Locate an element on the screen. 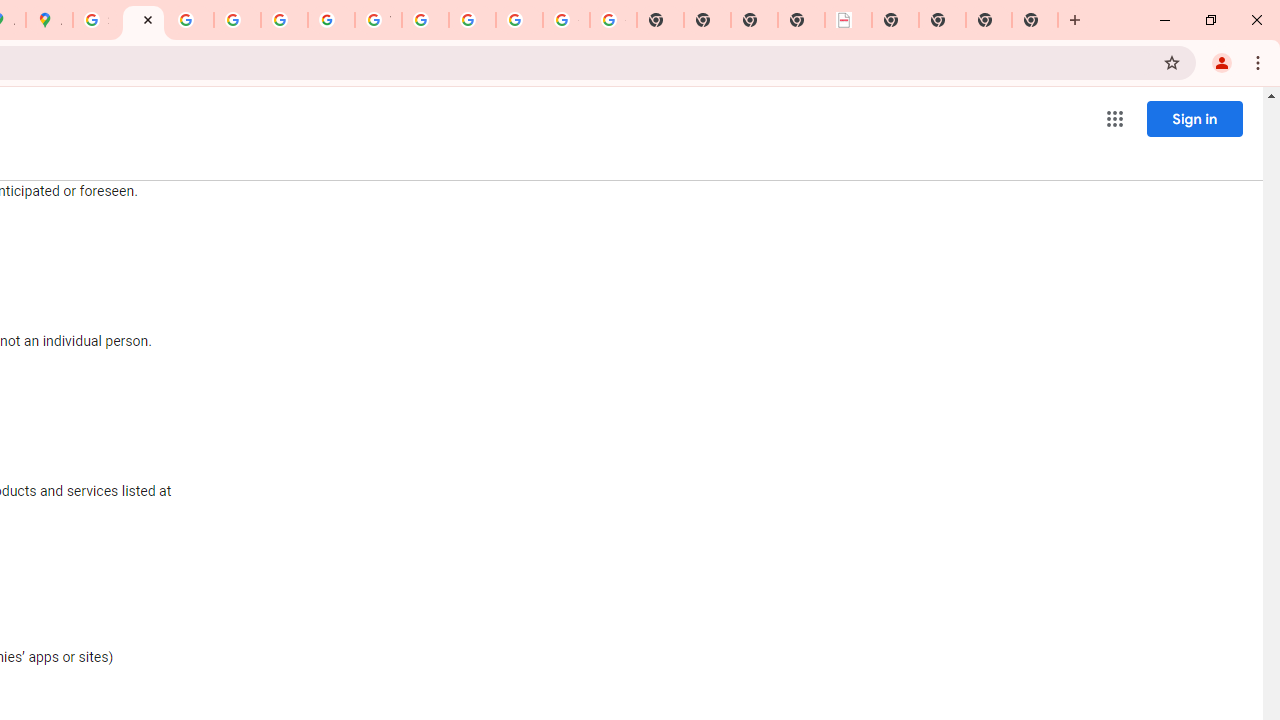 The width and height of the screenshot is (1280, 720). 'Privacy Help Center - Policies Help' is located at coordinates (190, 20).